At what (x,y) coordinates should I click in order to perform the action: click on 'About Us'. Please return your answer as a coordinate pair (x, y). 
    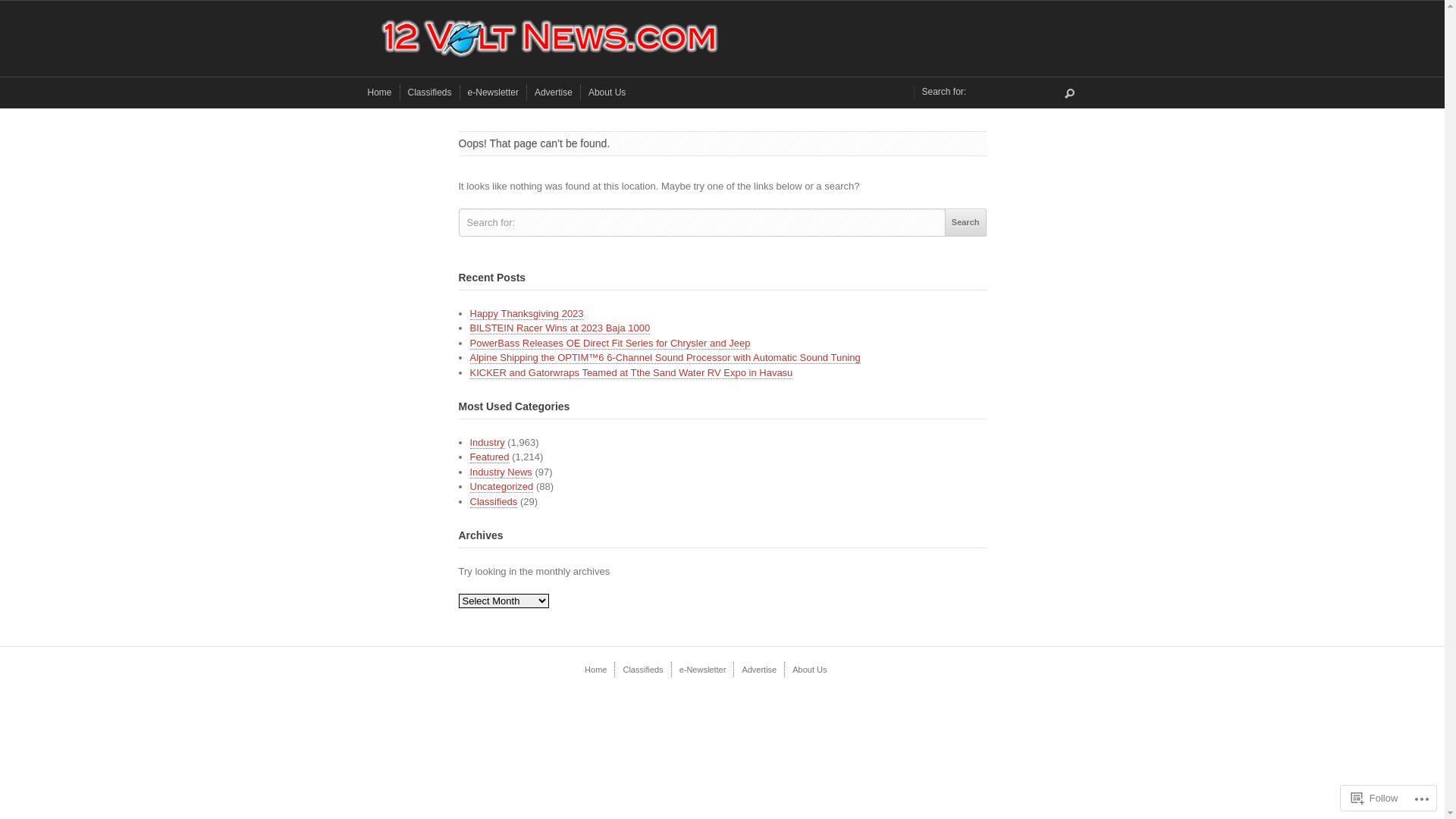
    Looking at the image, I should click on (607, 93).